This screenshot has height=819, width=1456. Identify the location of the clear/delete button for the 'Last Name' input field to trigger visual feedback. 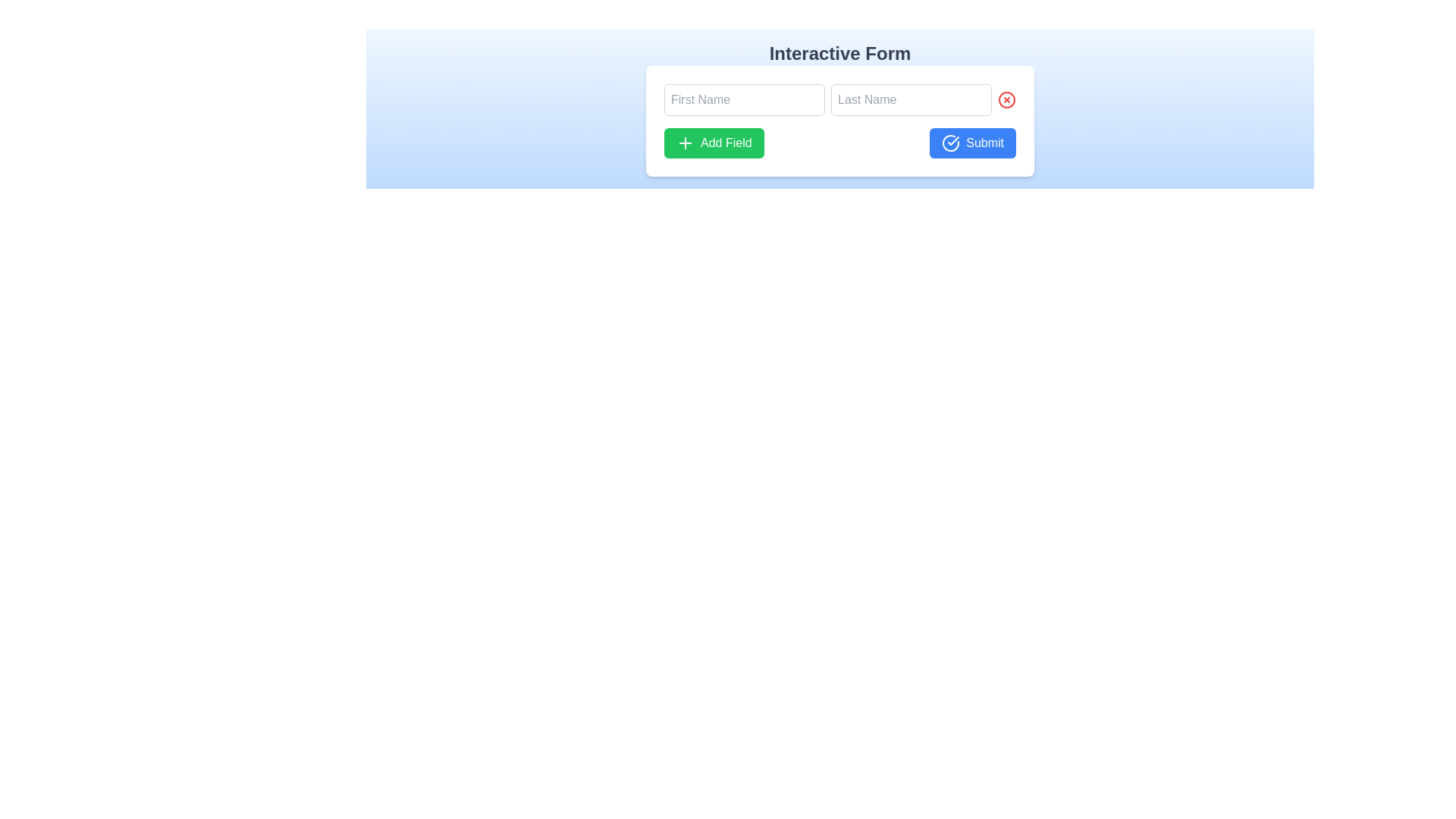
(1007, 99).